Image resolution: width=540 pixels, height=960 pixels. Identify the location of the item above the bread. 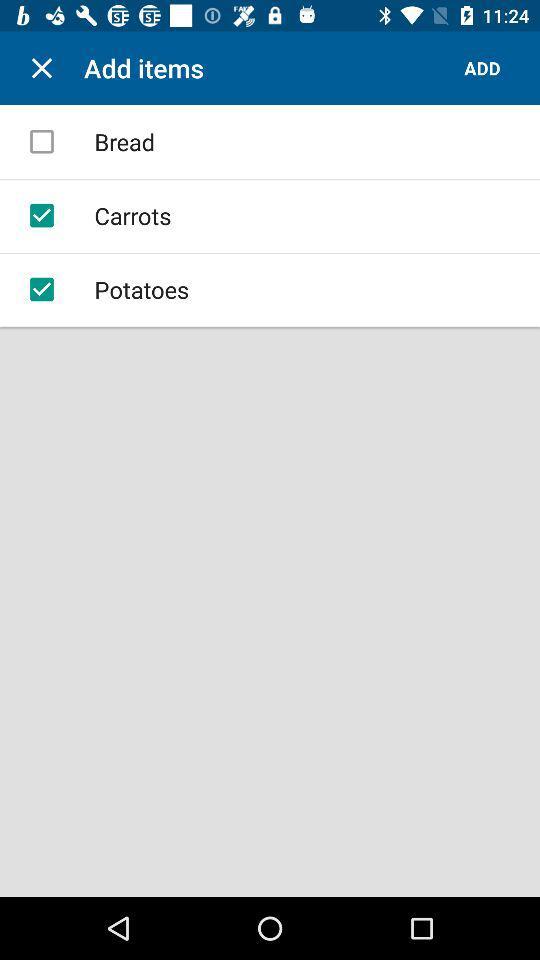
(42, 68).